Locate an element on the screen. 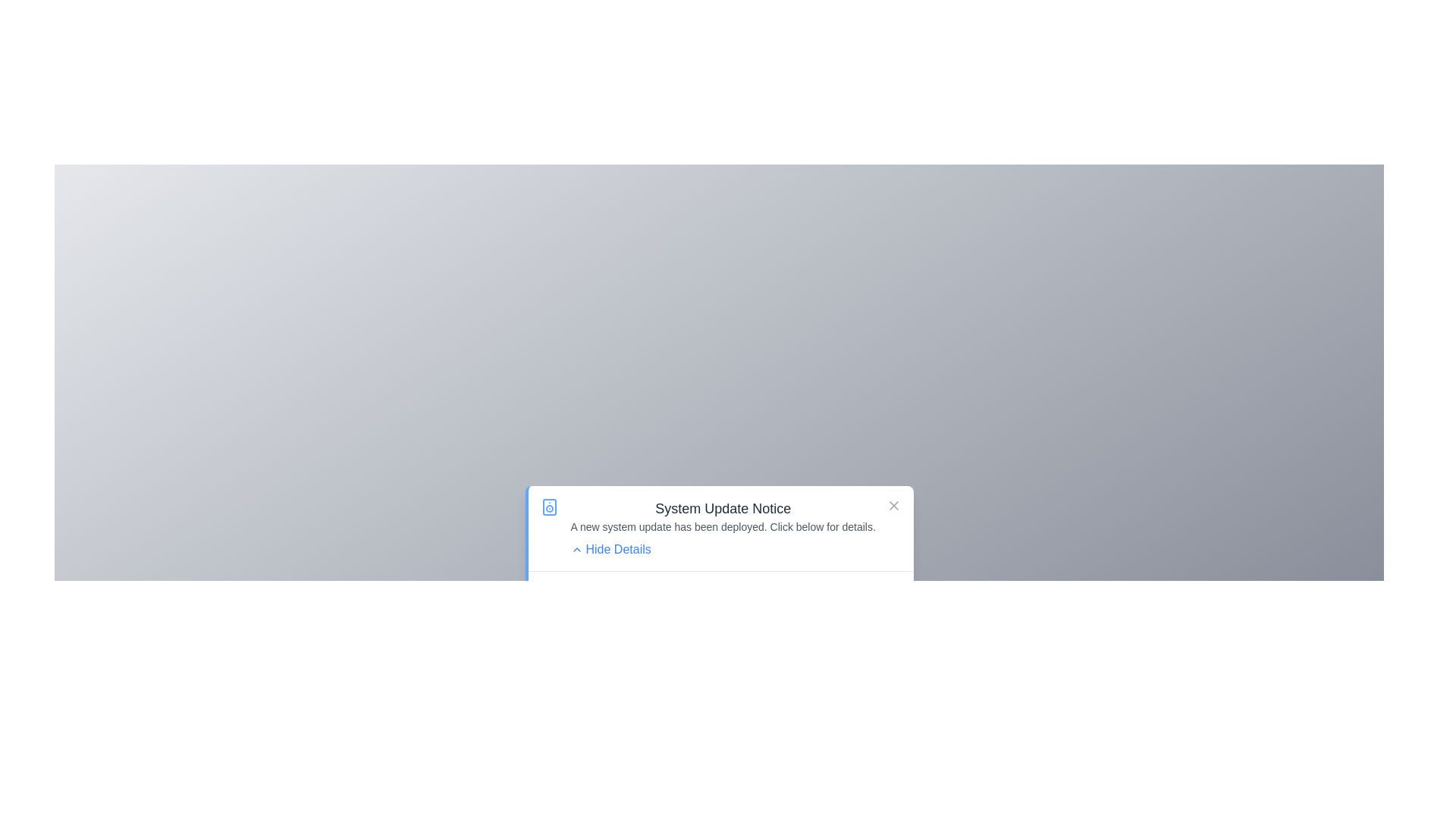 The width and height of the screenshot is (1456, 819). the speaker icon in the InfoBox is located at coordinates (548, 507).